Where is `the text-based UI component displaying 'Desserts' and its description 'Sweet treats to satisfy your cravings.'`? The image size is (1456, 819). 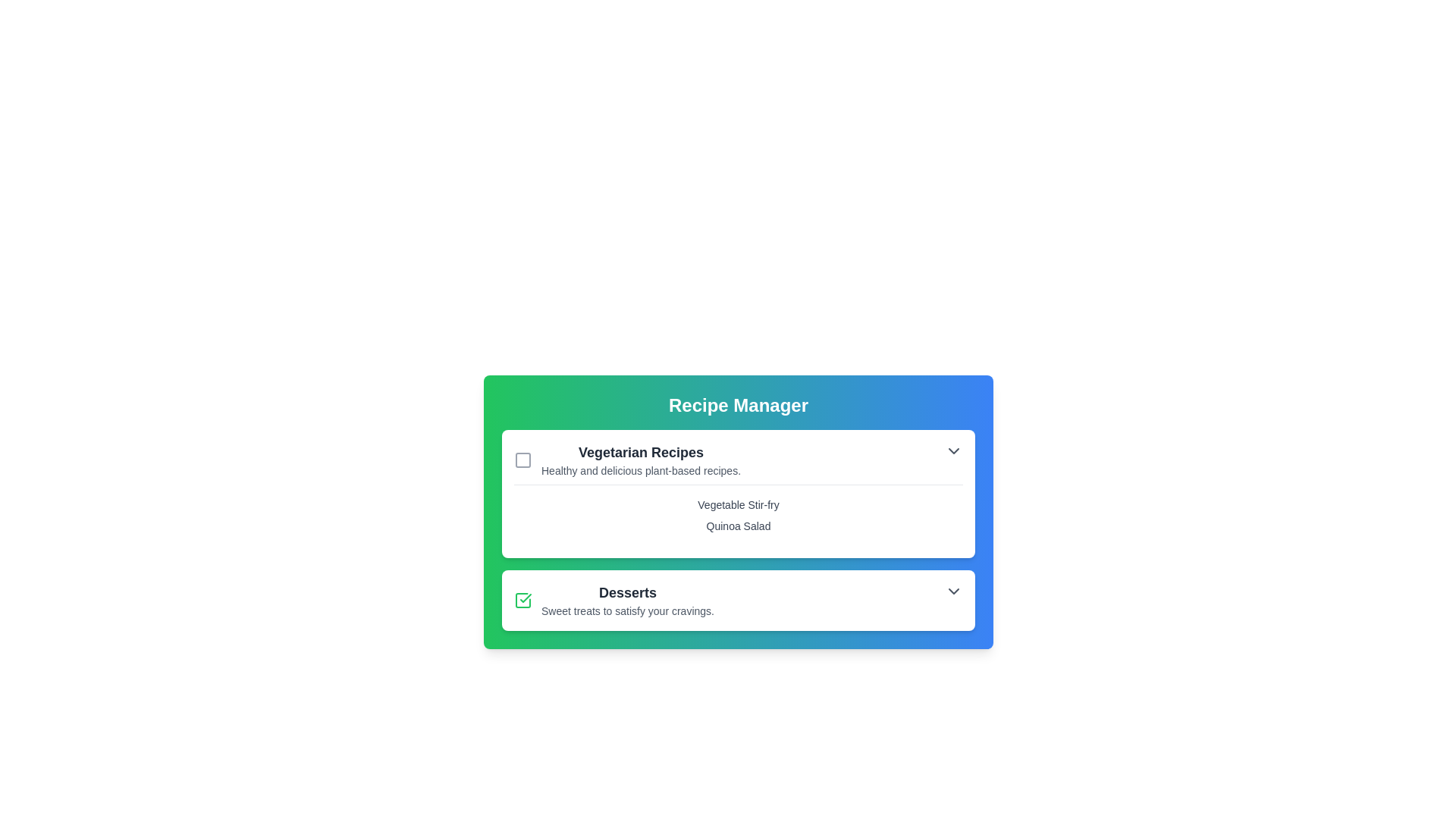
the text-based UI component displaying 'Desserts' and its description 'Sweet treats to satisfy your cravings.' is located at coordinates (627, 599).